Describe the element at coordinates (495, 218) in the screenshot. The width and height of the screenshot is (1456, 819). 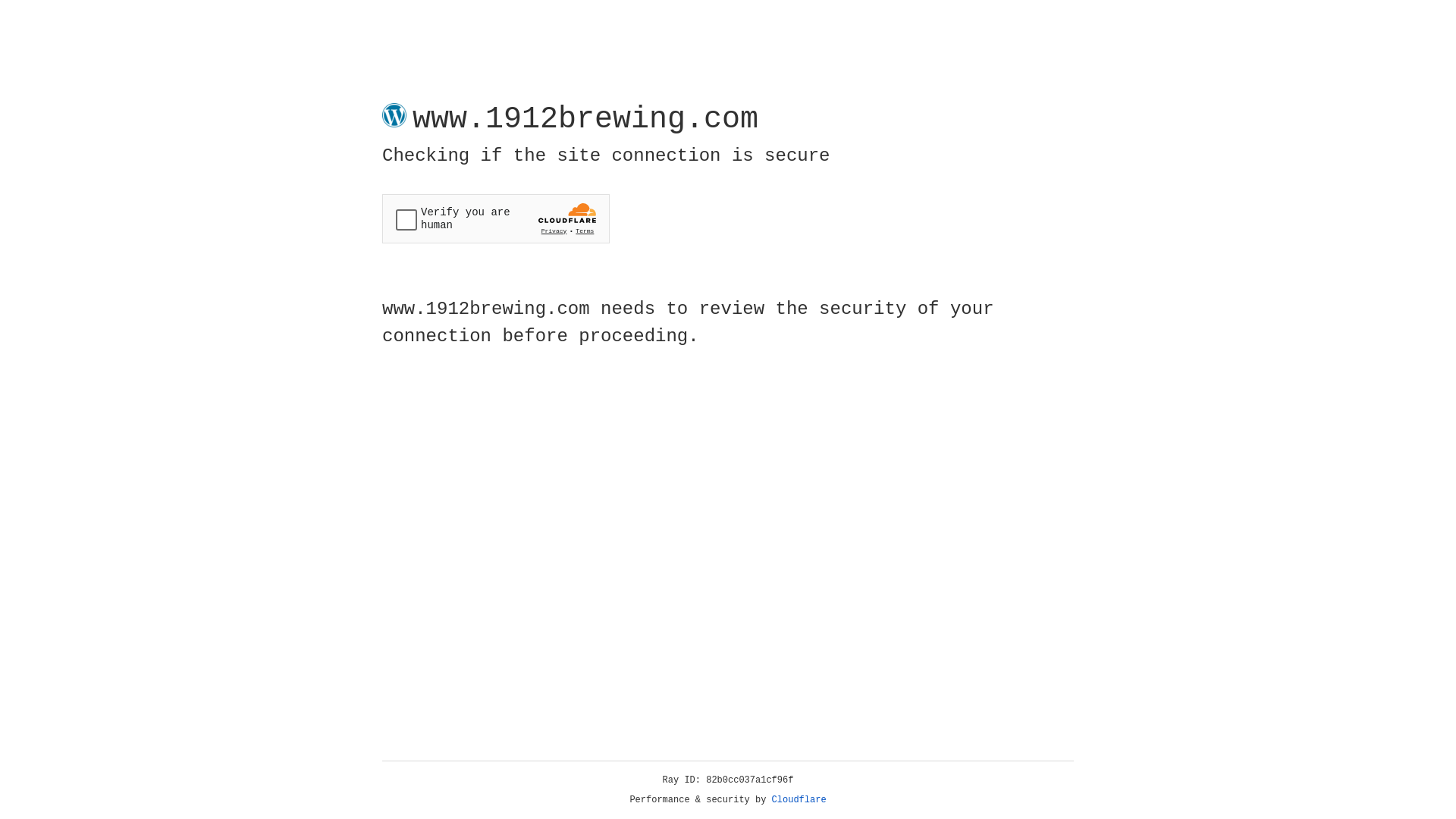
I see `'Widget containing a Cloudflare security challenge'` at that location.